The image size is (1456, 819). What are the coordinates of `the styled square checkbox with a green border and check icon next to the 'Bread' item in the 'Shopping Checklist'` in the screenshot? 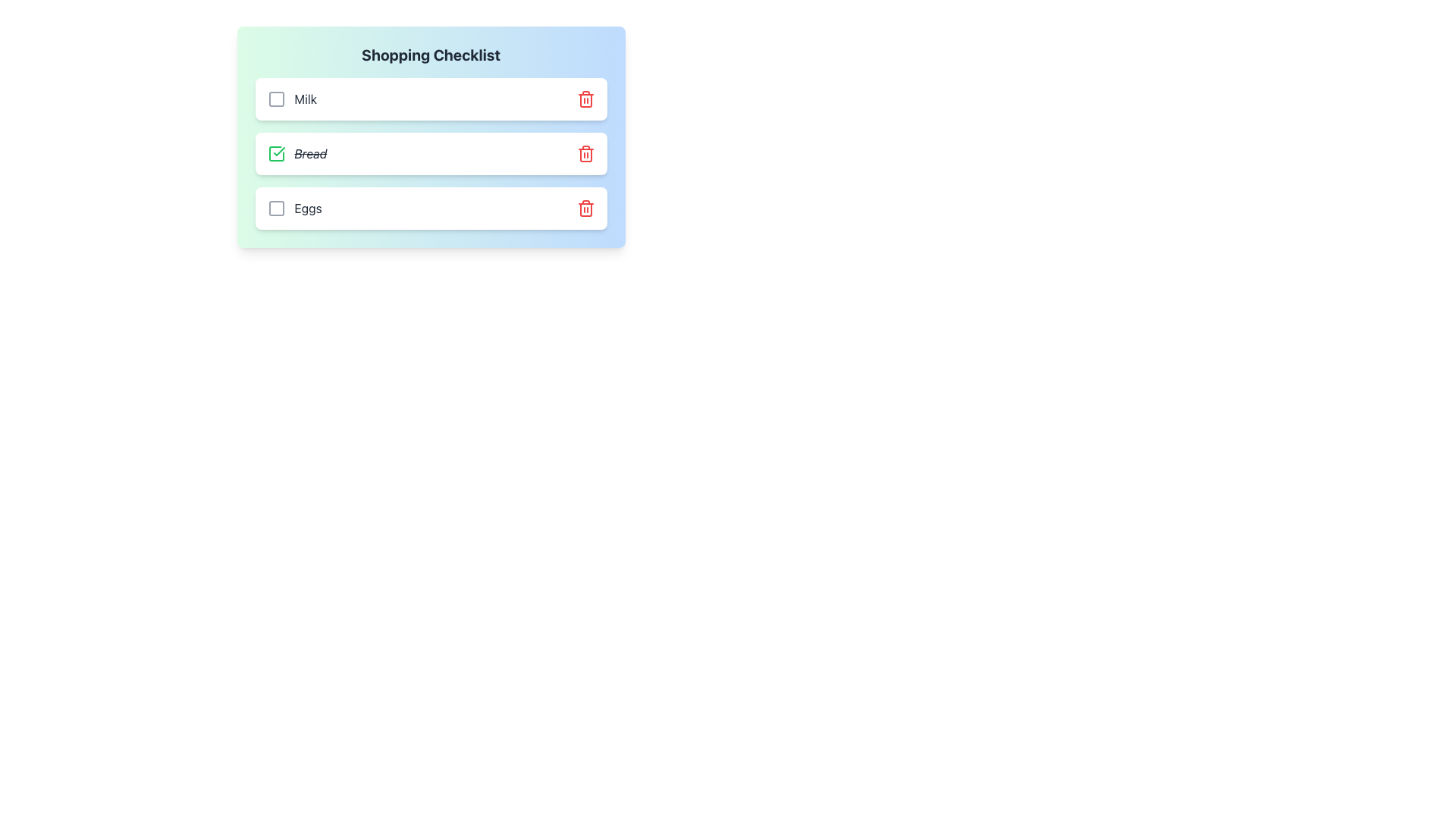 It's located at (276, 154).